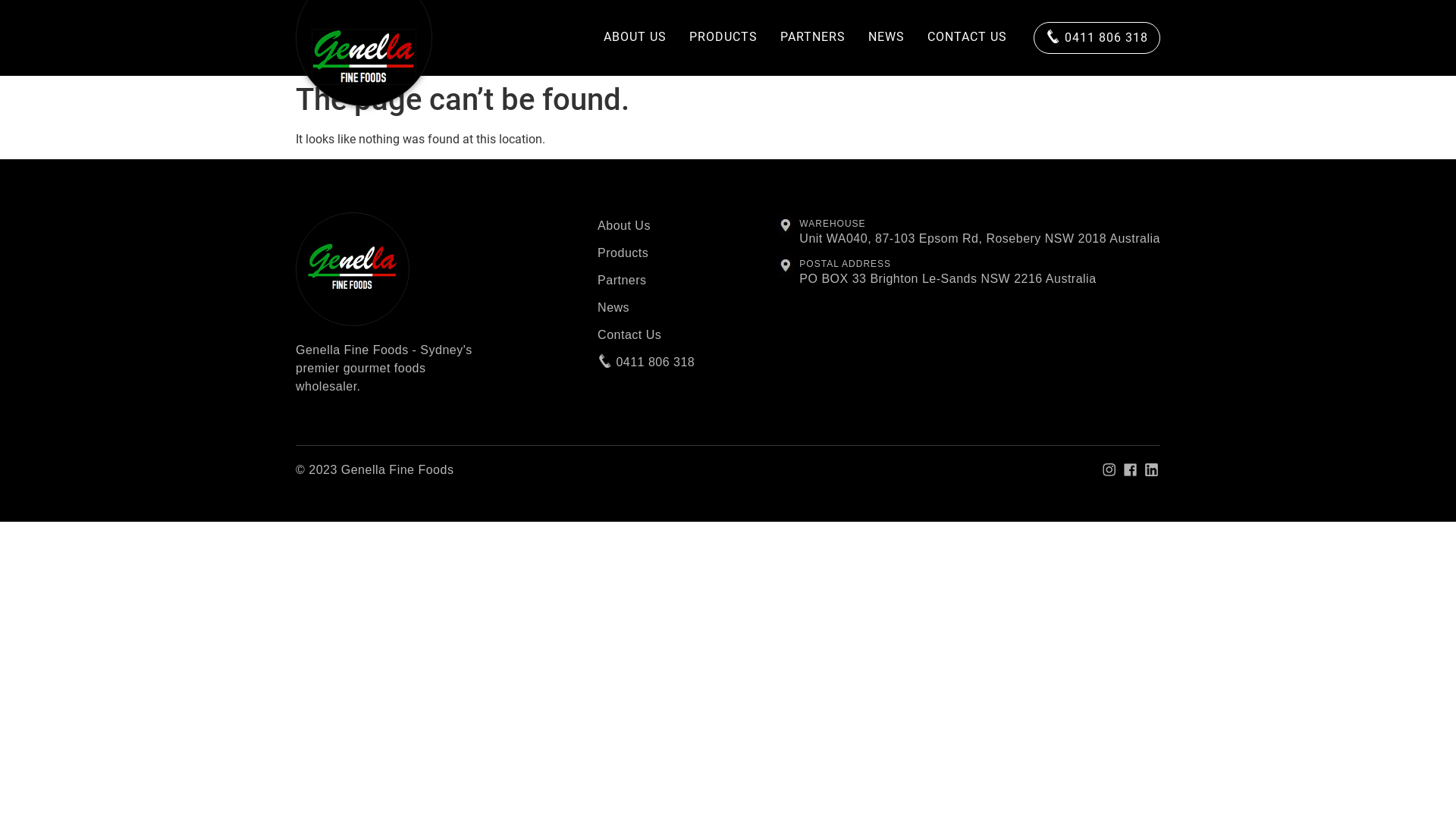  Describe the element at coordinates (645, 334) in the screenshot. I see `'Contact Us'` at that location.